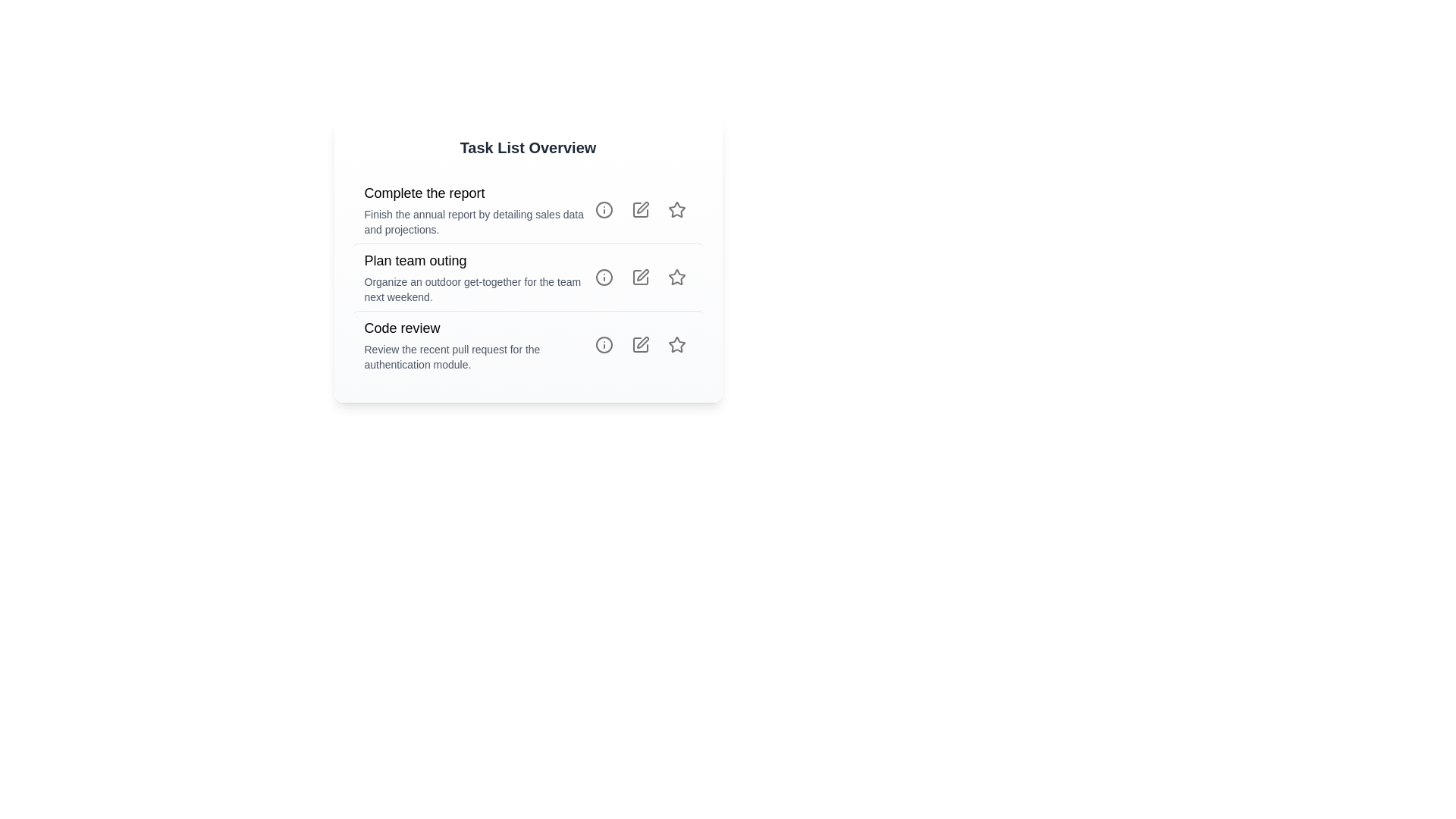 The width and height of the screenshot is (1456, 819). What do you see at coordinates (676, 278) in the screenshot?
I see `the star-shaped icon with an outlined design located at the far right of the second row under the 'Plan team outing' task` at bounding box center [676, 278].